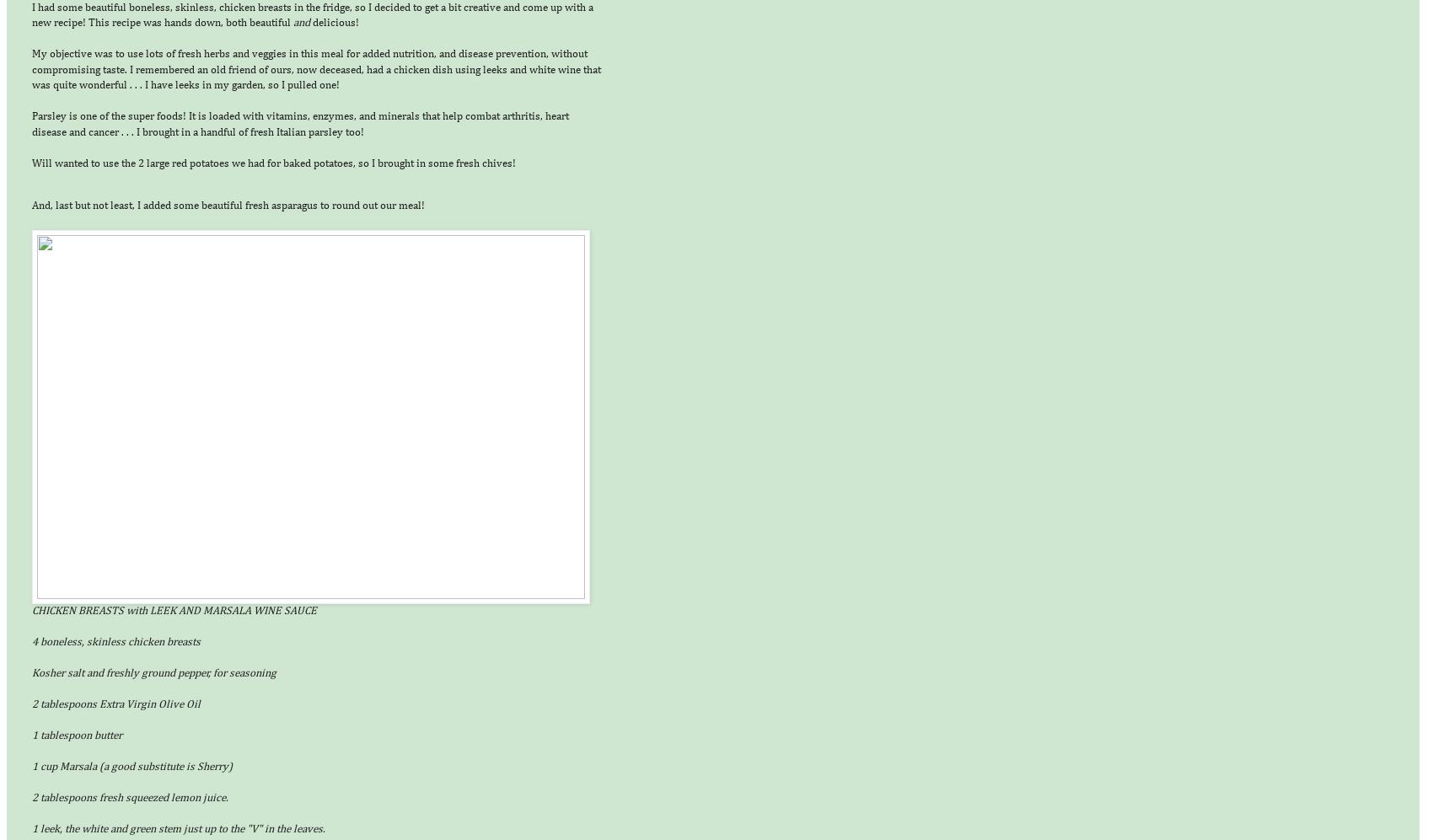 The image size is (1433, 840). Describe the element at coordinates (177, 828) in the screenshot. I see `'1 leek, the white and green stem just up to the "V" in the leaves.'` at that location.